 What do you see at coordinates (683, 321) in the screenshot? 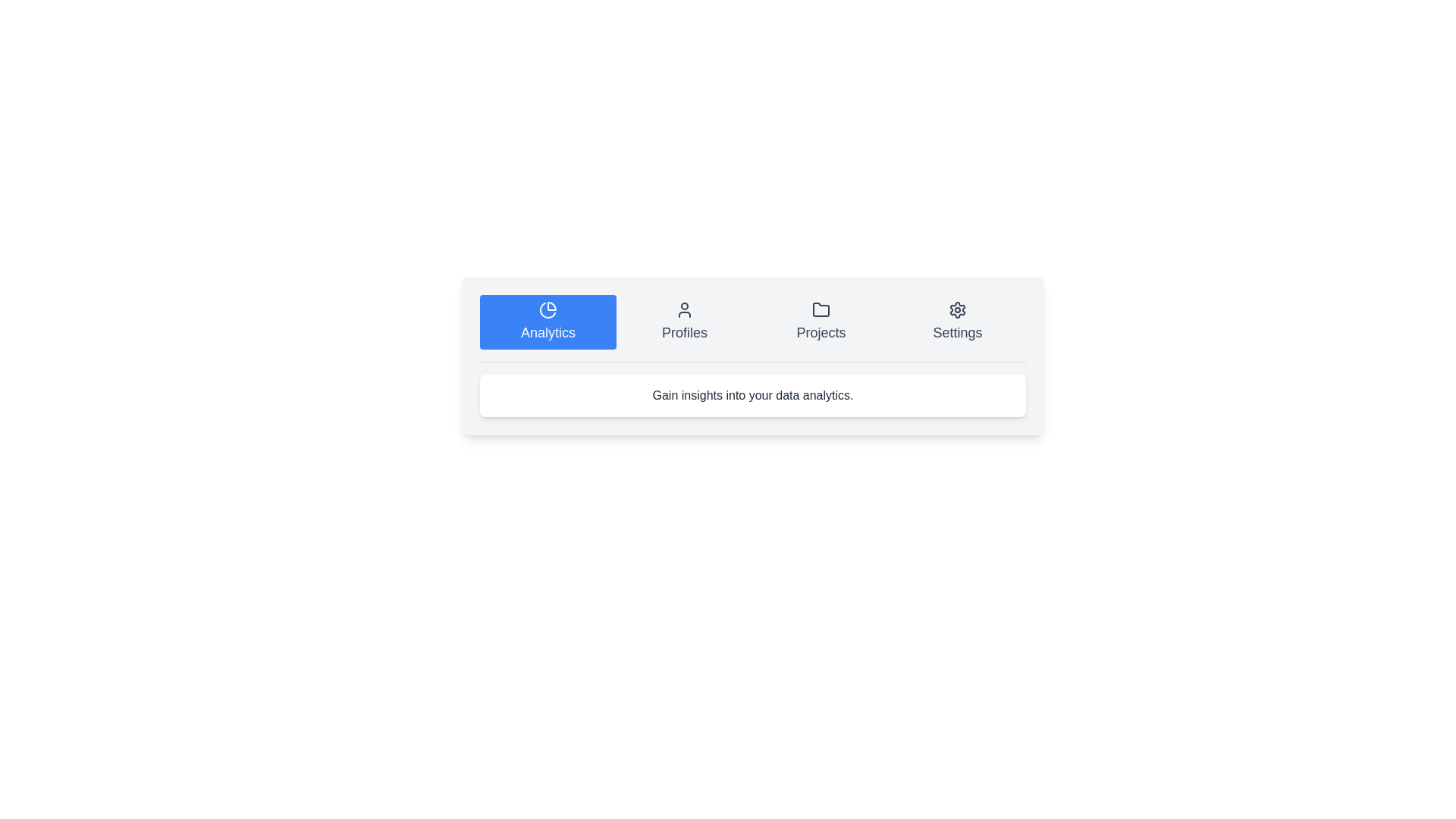
I see `the tab labeled Profiles to select it` at bounding box center [683, 321].